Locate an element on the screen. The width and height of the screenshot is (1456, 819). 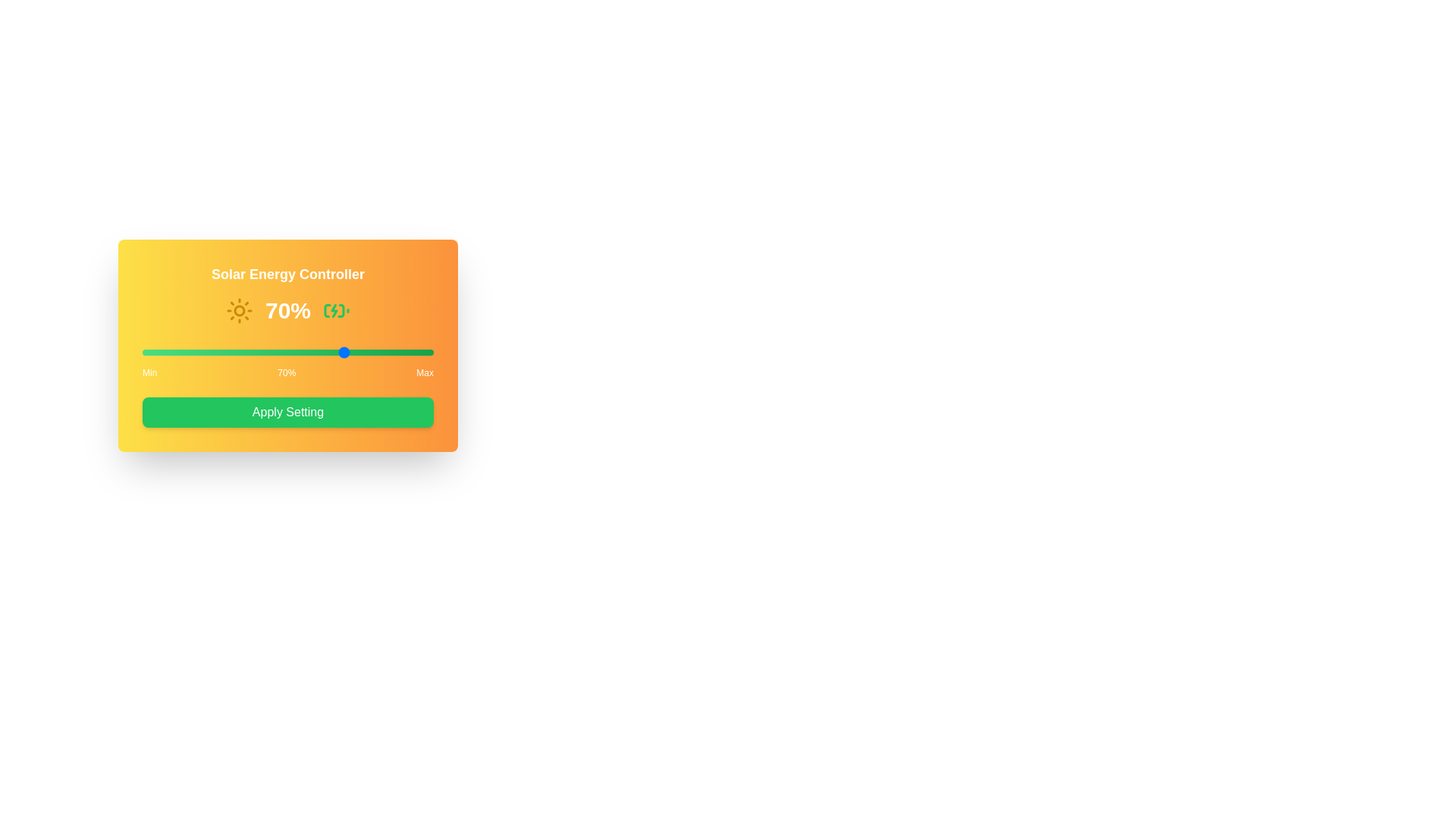
the solar input slider to 1% is located at coordinates (145, 353).